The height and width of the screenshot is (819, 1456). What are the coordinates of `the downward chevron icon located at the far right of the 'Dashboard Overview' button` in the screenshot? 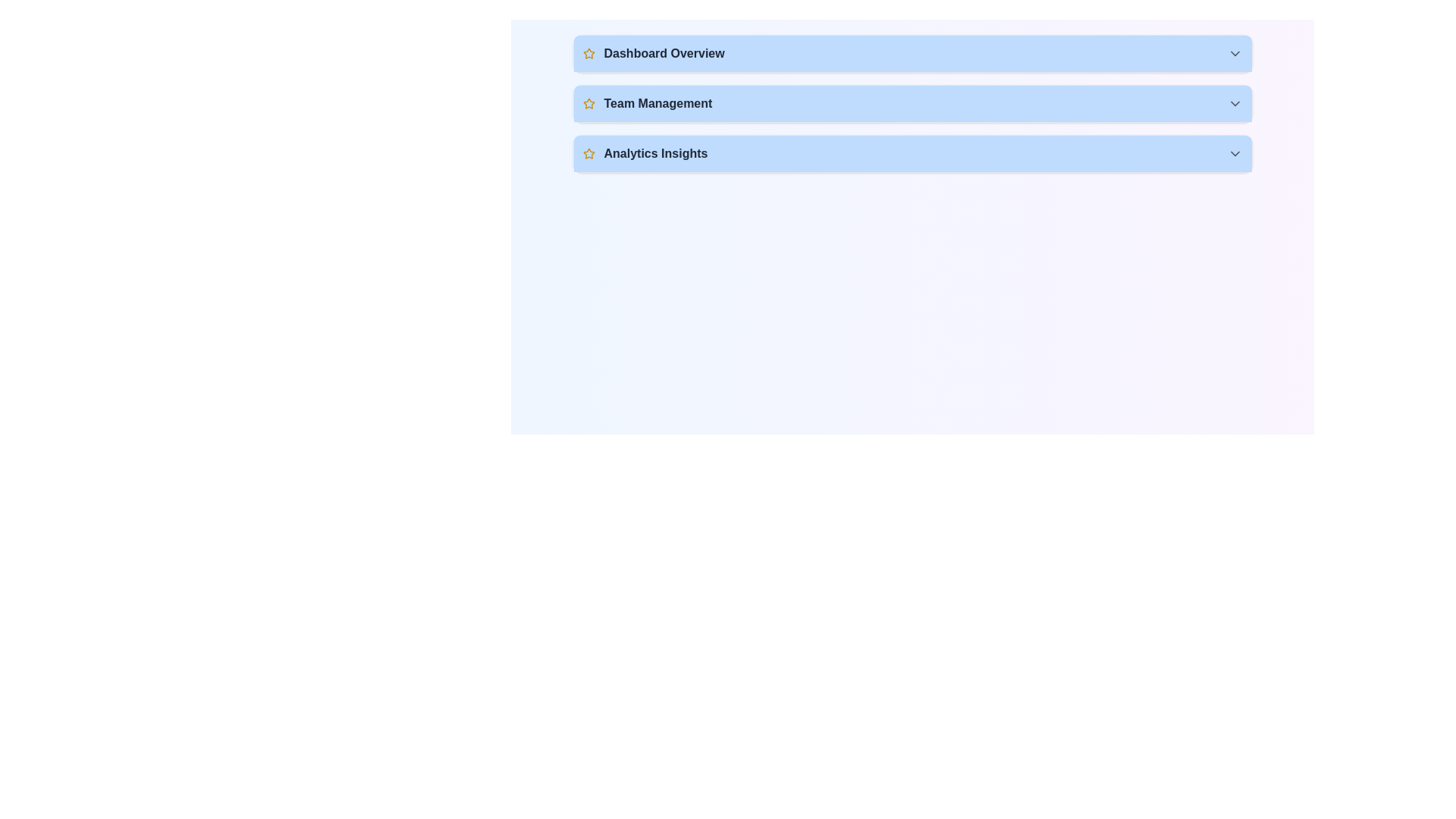 It's located at (1235, 52).